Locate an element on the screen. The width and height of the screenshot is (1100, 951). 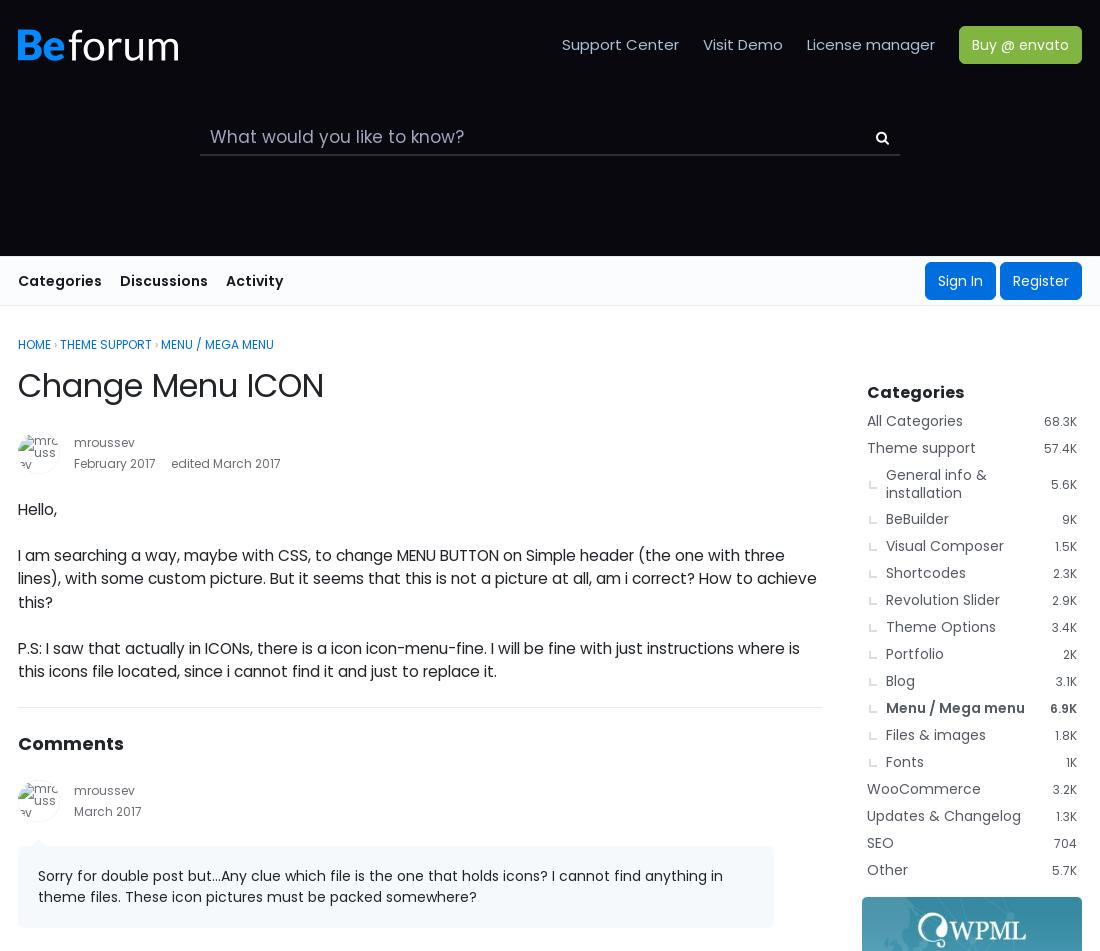
'License manager' is located at coordinates (869, 43).